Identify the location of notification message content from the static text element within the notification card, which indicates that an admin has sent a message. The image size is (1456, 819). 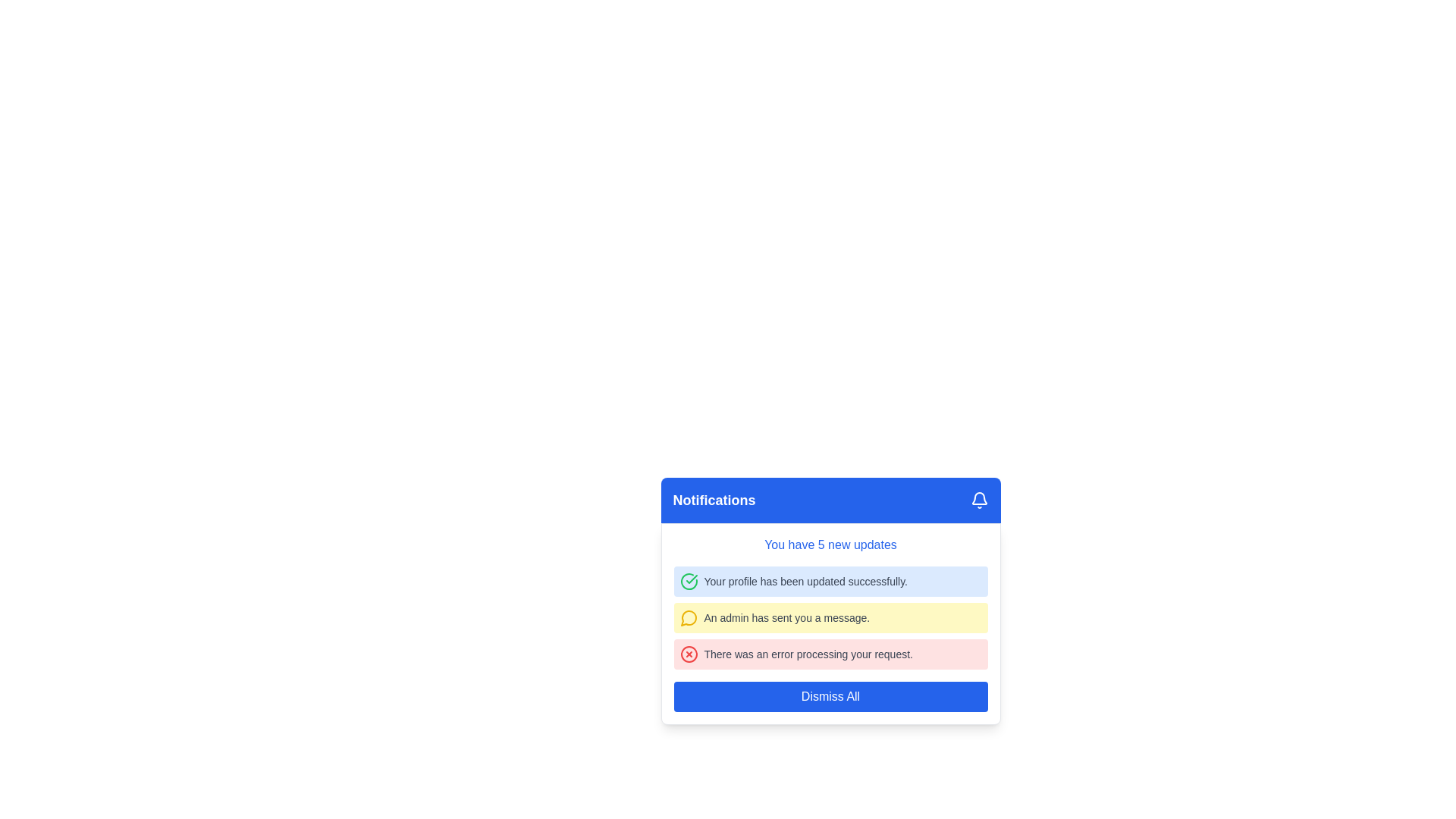
(786, 617).